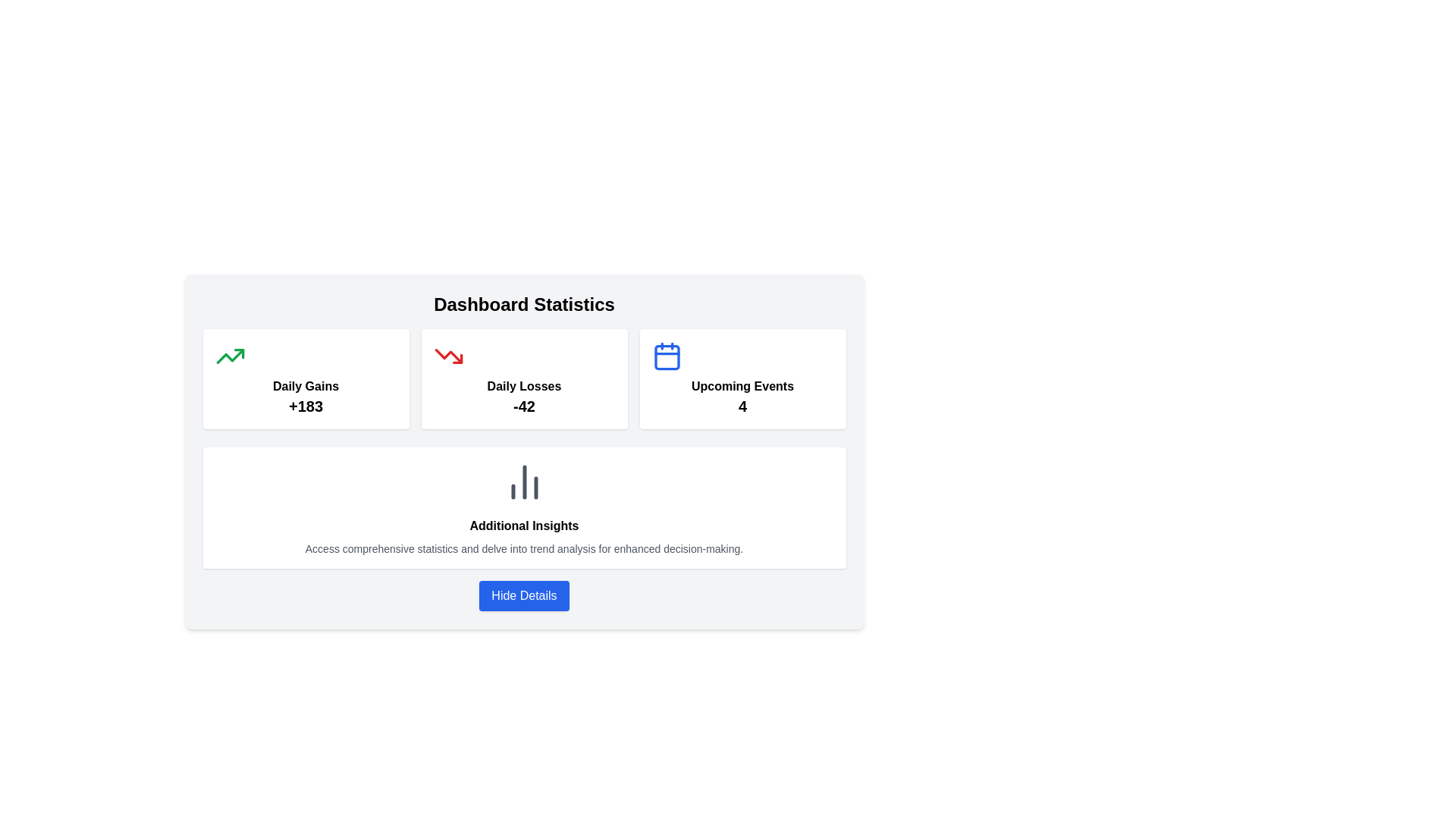 The width and height of the screenshot is (1456, 819). What do you see at coordinates (524, 406) in the screenshot?
I see `the label displaying the daily losses in the dashboard statistics, located in the center of the 'Daily Losses' card, directly below the 'Daily Losses' label` at bounding box center [524, 406].